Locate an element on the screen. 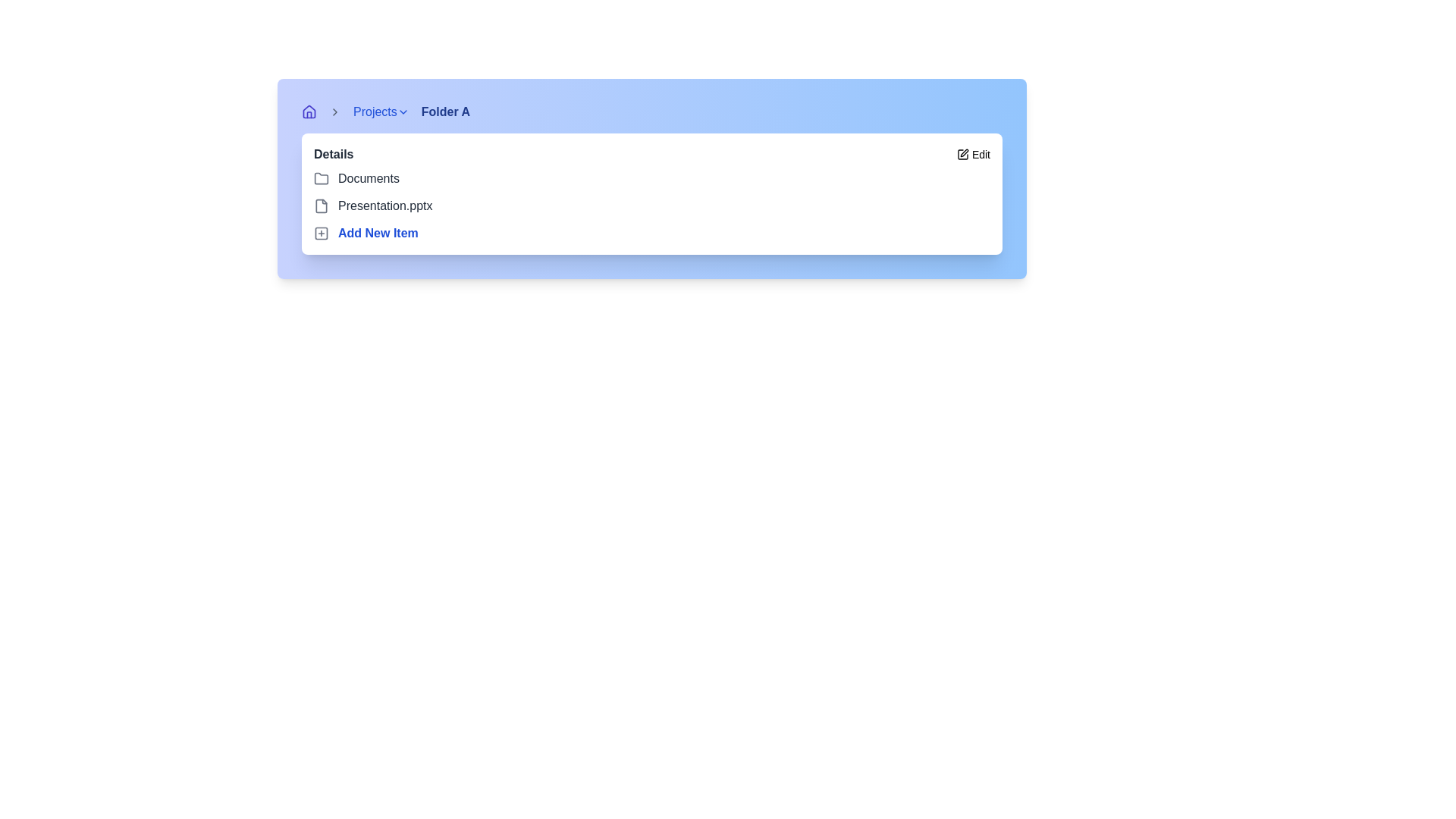 This screenshot has height=819, width=1456. the indigo house icon located at the top-left corner of the interface, preceding the text 'Projects' is located at coordinates (309, 111).